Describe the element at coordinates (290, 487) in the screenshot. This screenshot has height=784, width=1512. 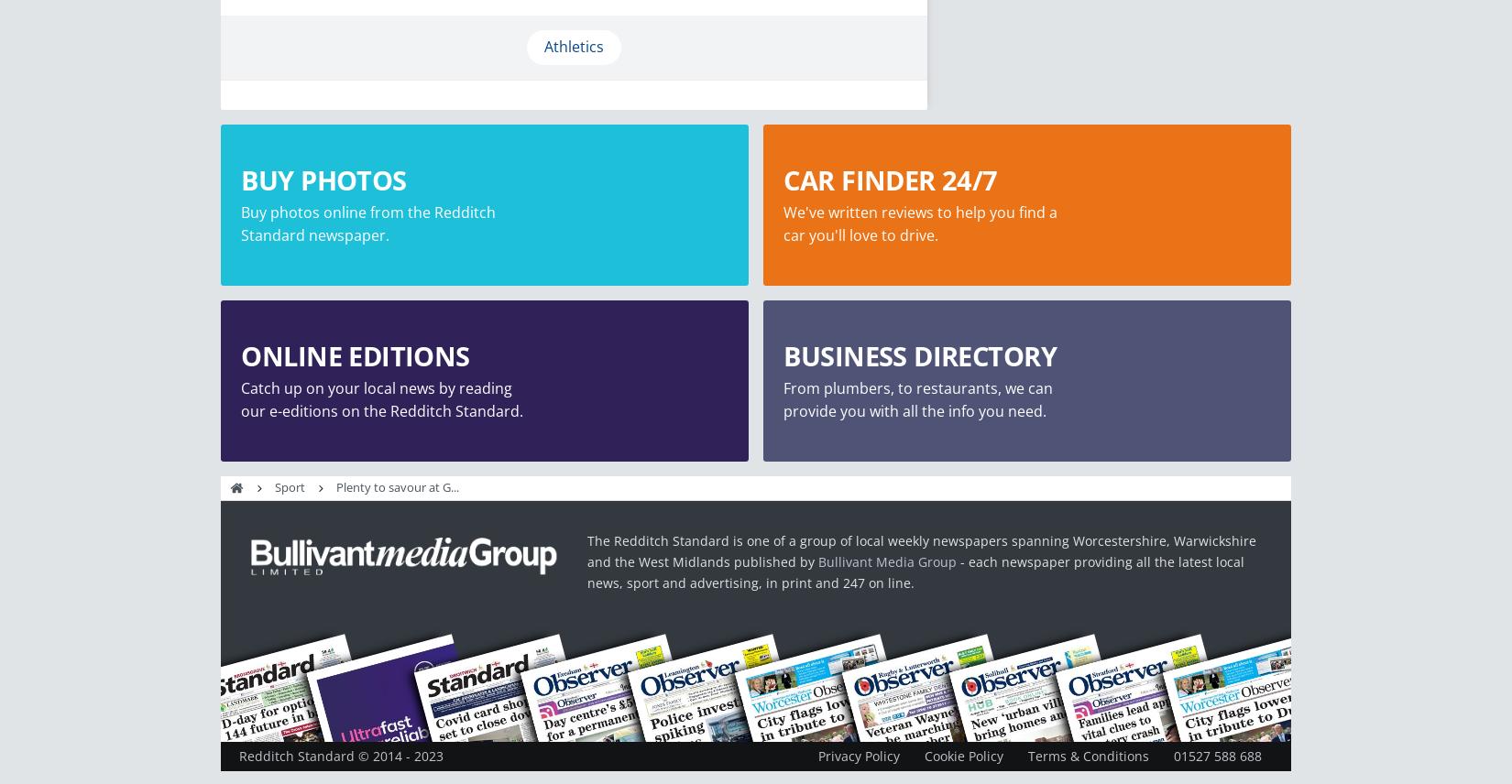
I see `'Sport'` at that location.